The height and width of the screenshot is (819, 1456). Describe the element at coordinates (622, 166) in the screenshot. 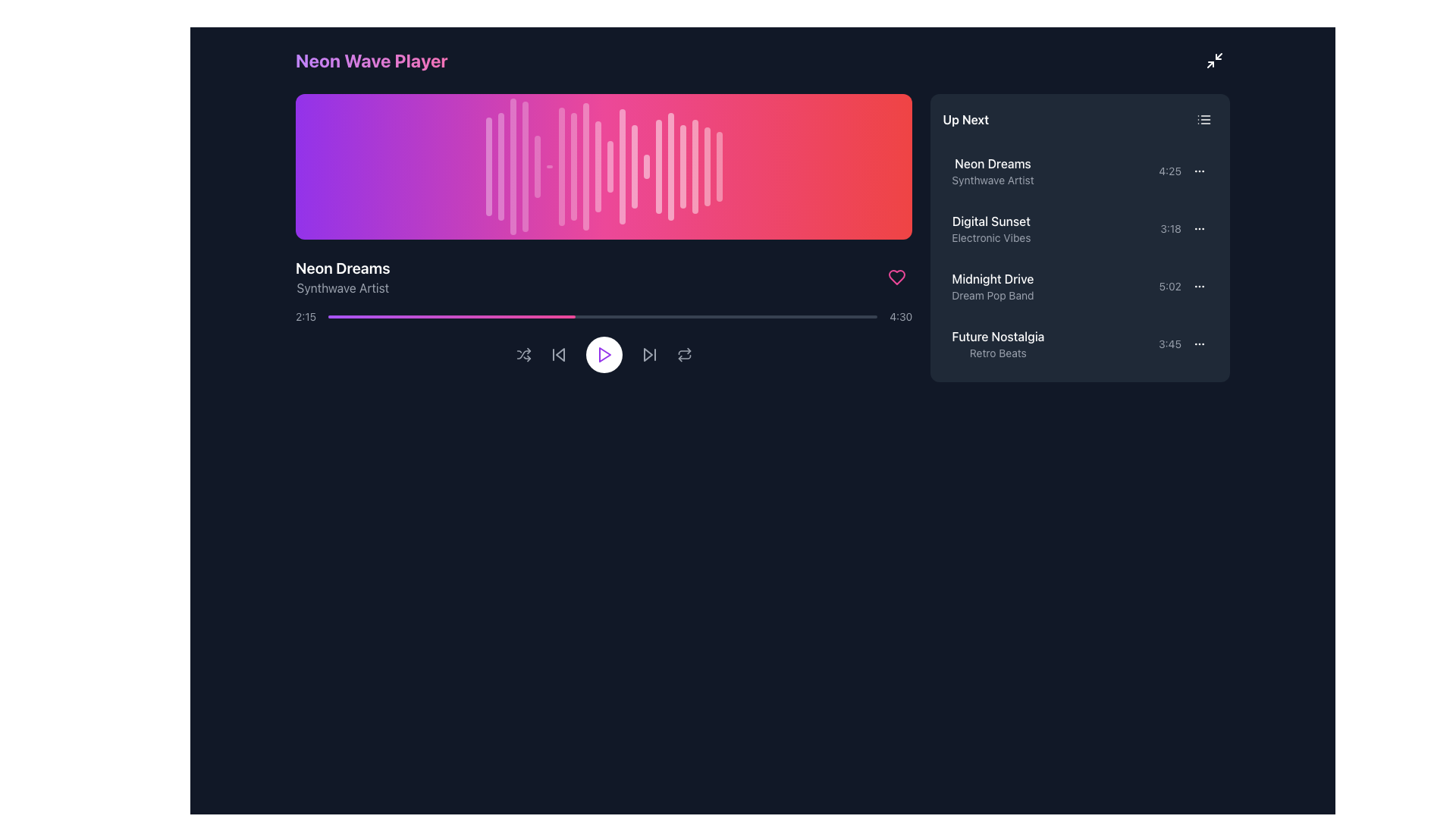

I see `the twelfth vertical waveform bar, which is a white, semi-transparent decorative UI element animated to pulsate, located near the center-right of the waveform visualization area` at that location.